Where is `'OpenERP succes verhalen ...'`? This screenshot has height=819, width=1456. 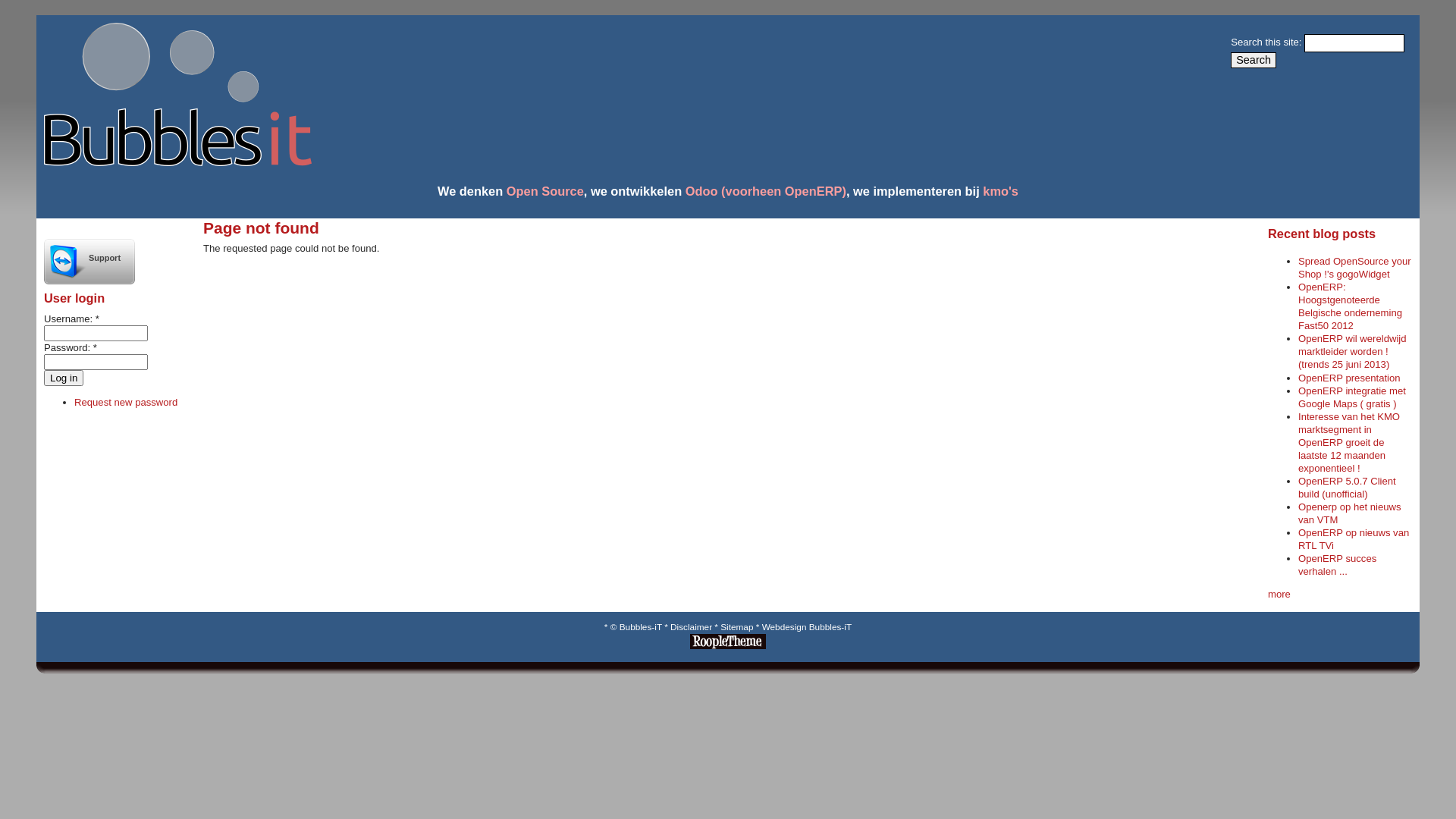
'OpenERP succes verhalen ...' is located at coordinates (1298, 564).